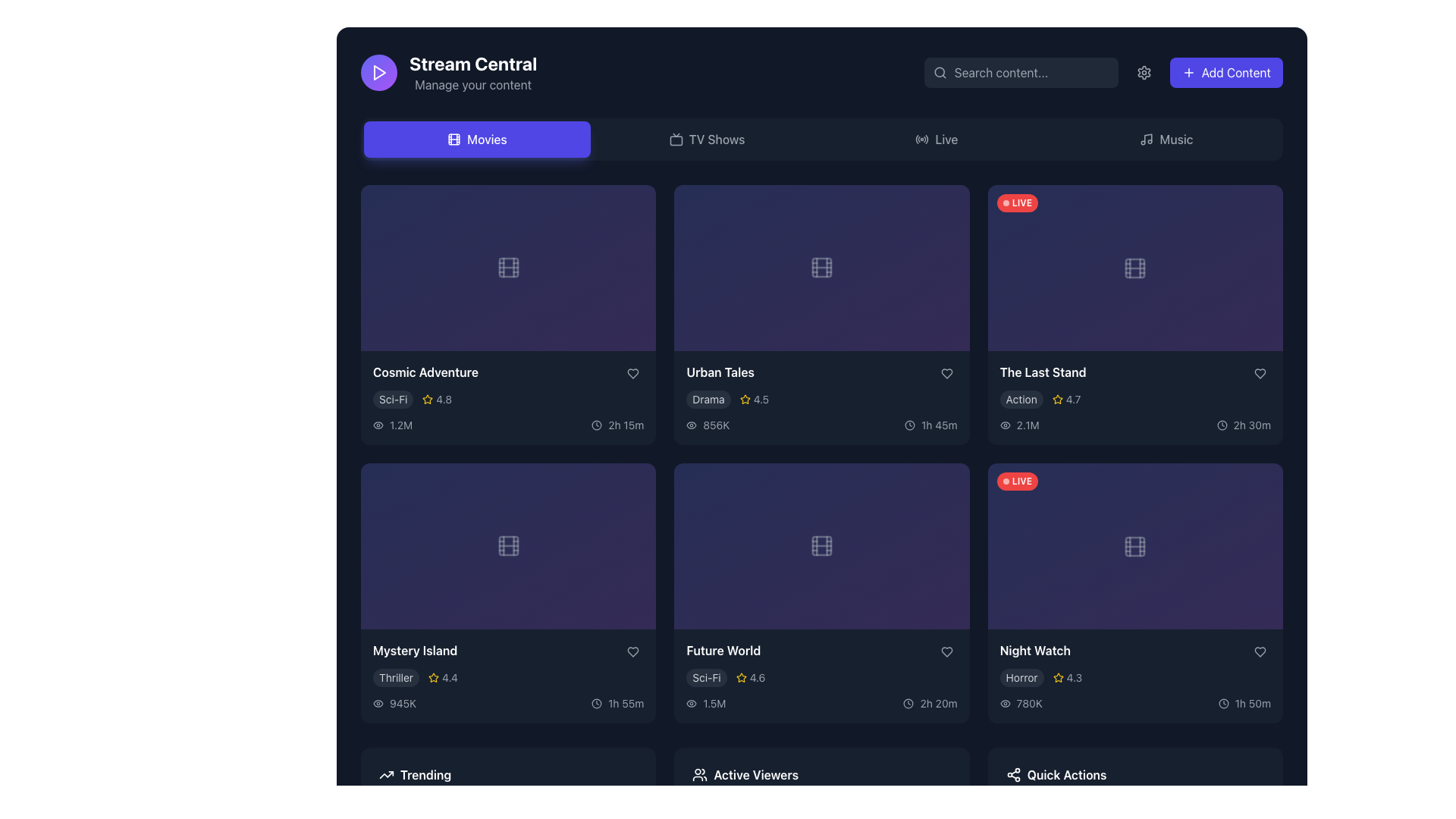 Image resolution: width=1456 pixels, height=819 pixels. What do you see at coordinates (617, 703) in the screenshot?
I see `the Label with a time icon displaying '1h 55m' located in the bottom-right corner of the 'Mystery Island' card` at bounding box center [617, 703].